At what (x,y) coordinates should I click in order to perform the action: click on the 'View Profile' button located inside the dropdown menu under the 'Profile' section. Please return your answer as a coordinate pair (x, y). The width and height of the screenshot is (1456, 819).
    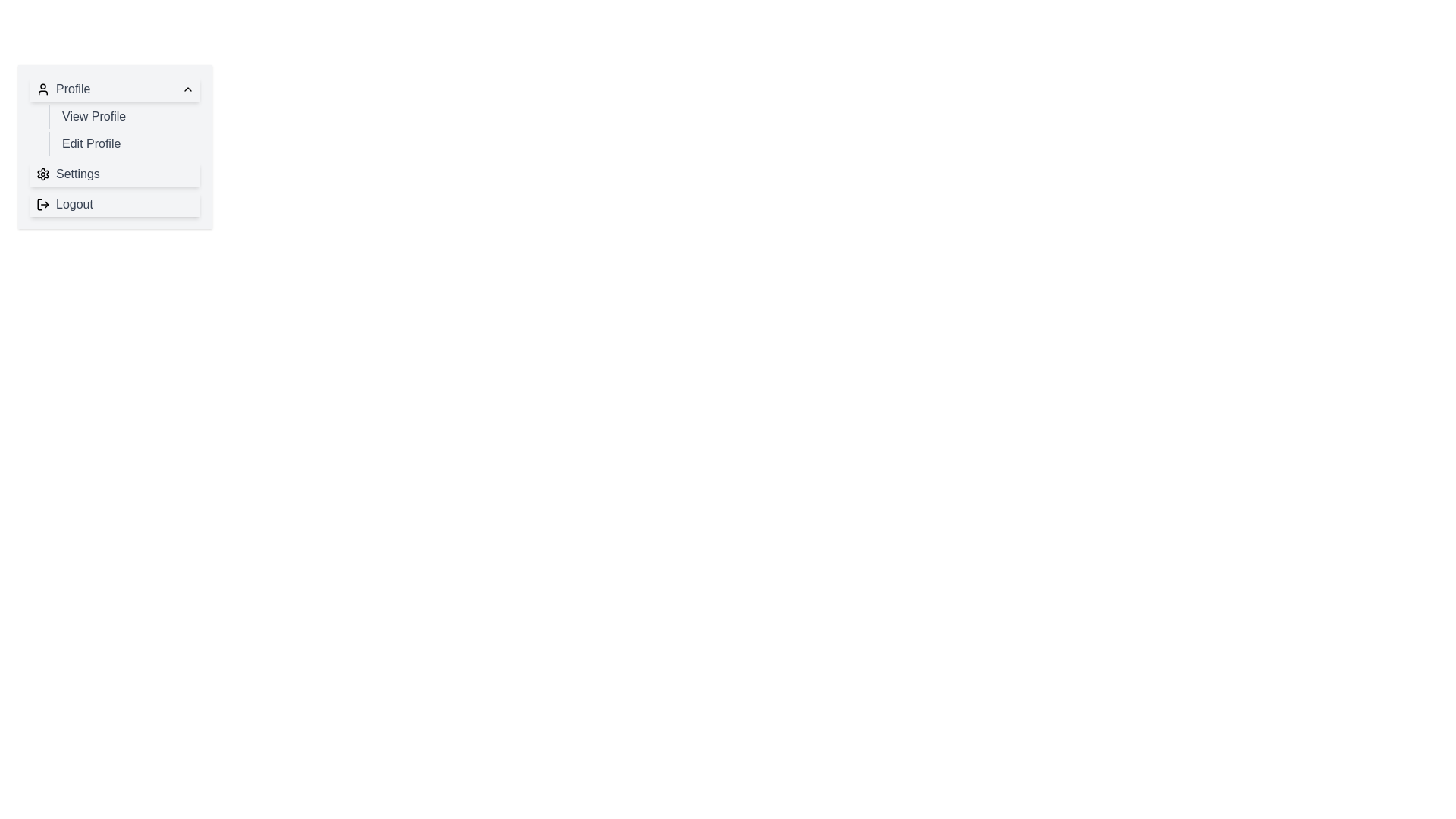
    Looking at the image, I should click on (124, 116).